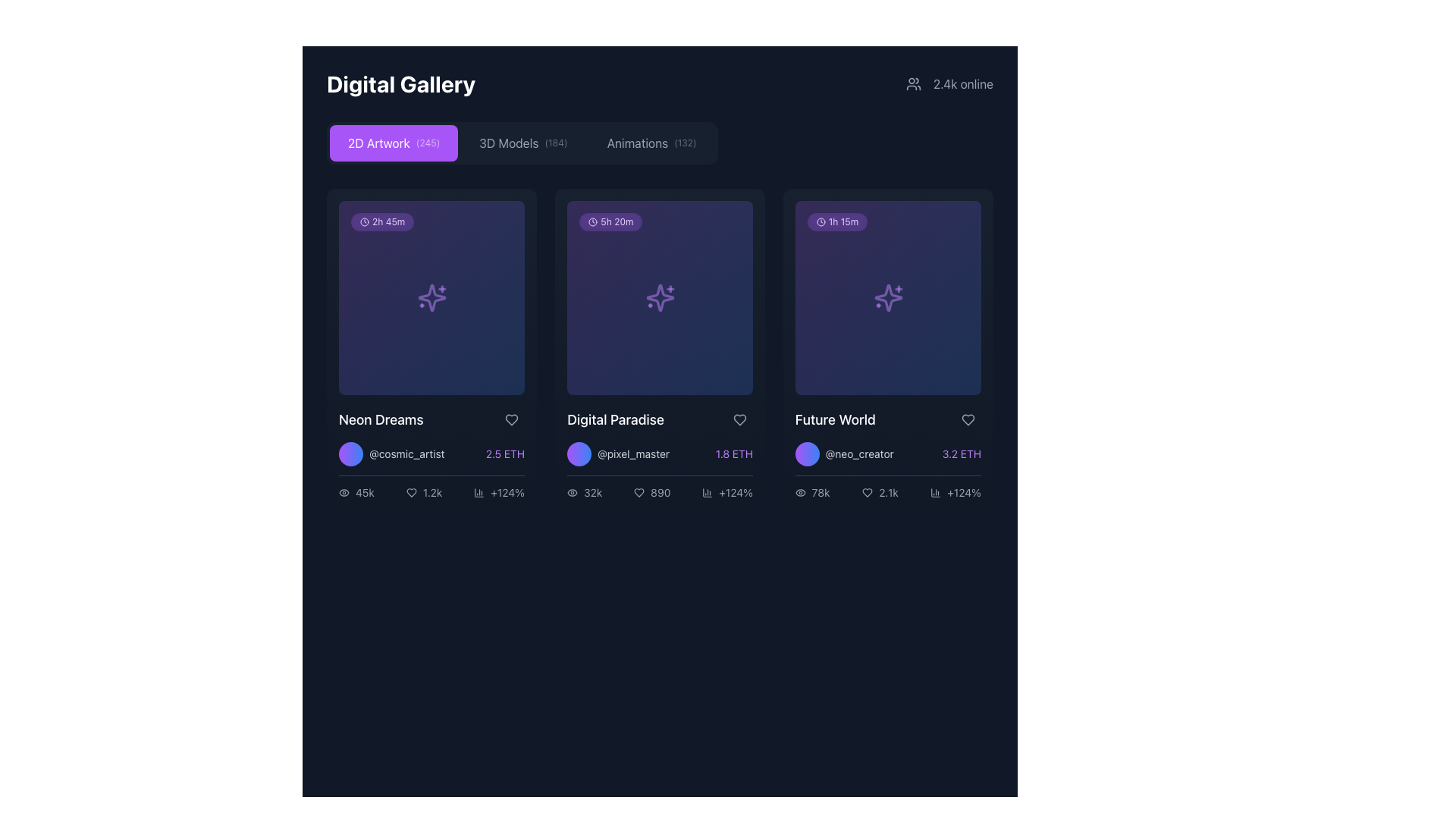  I want to click on the heart icon located in the lower-right corner of the 'Digital Paradise' card, so click(639, 493).